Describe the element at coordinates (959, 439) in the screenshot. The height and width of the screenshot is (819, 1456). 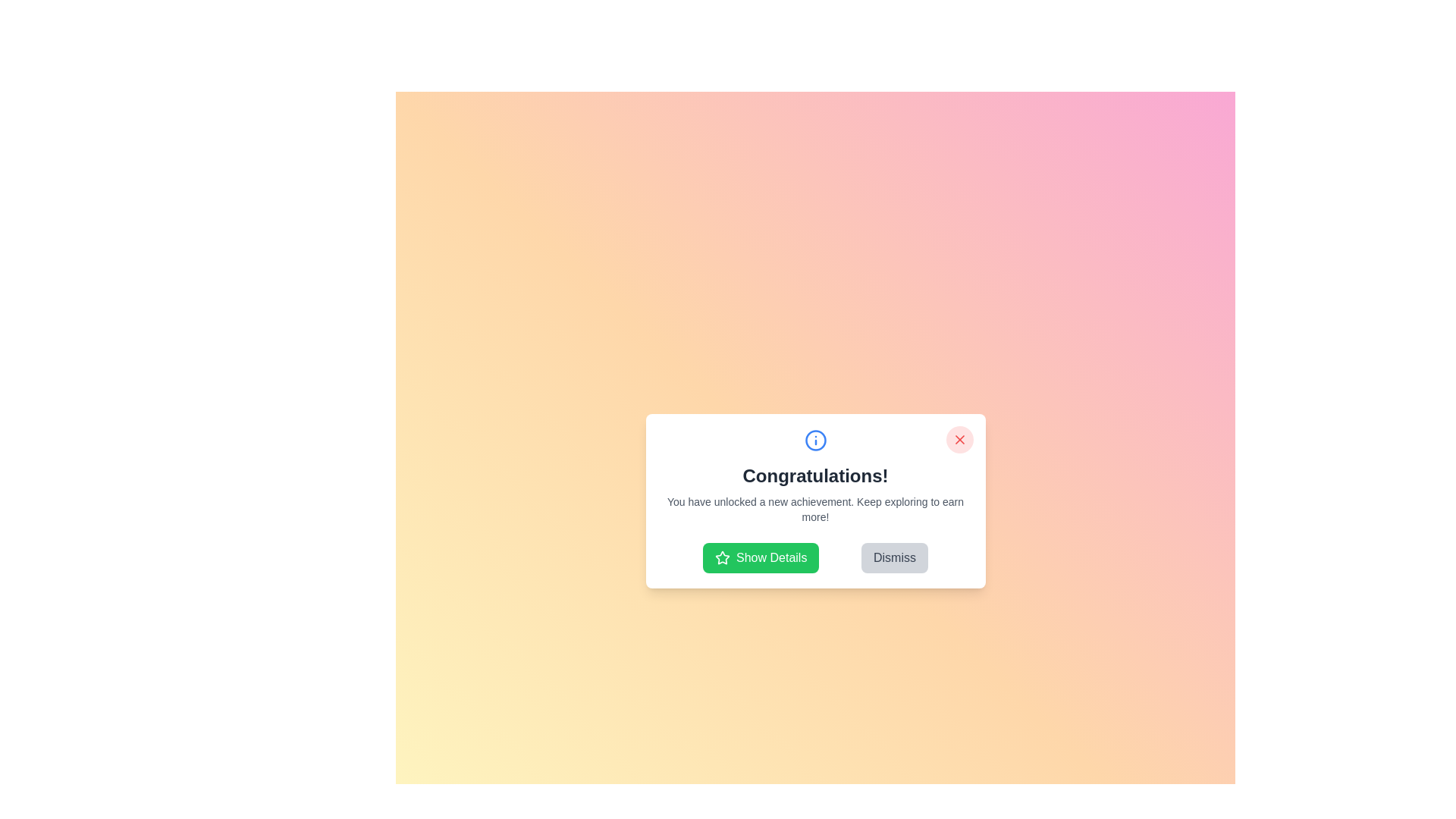
I see `the close button to close the dialog` at that location.